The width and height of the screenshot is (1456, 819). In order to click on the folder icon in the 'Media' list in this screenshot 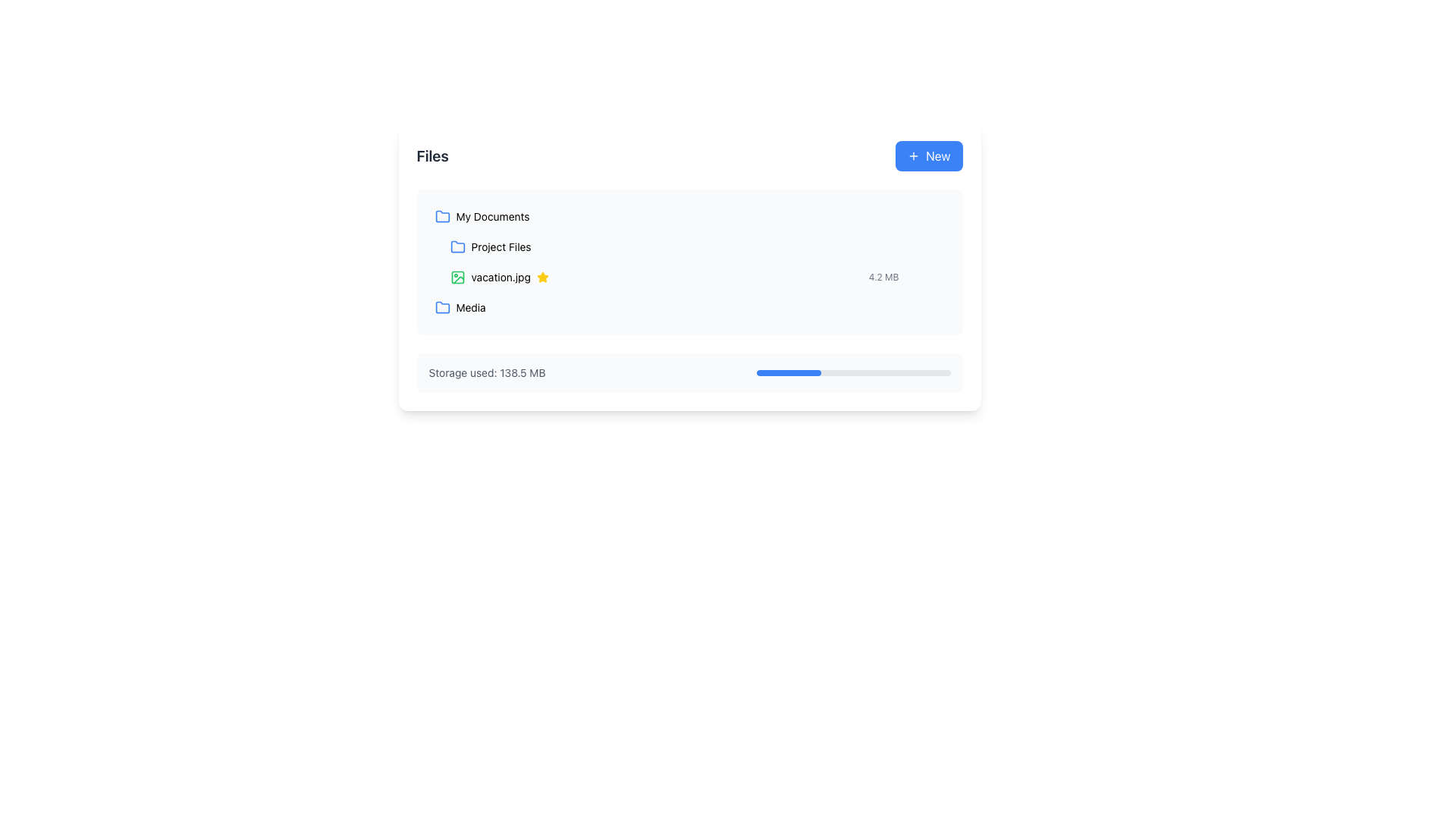, I will do `click(441, 307)`.